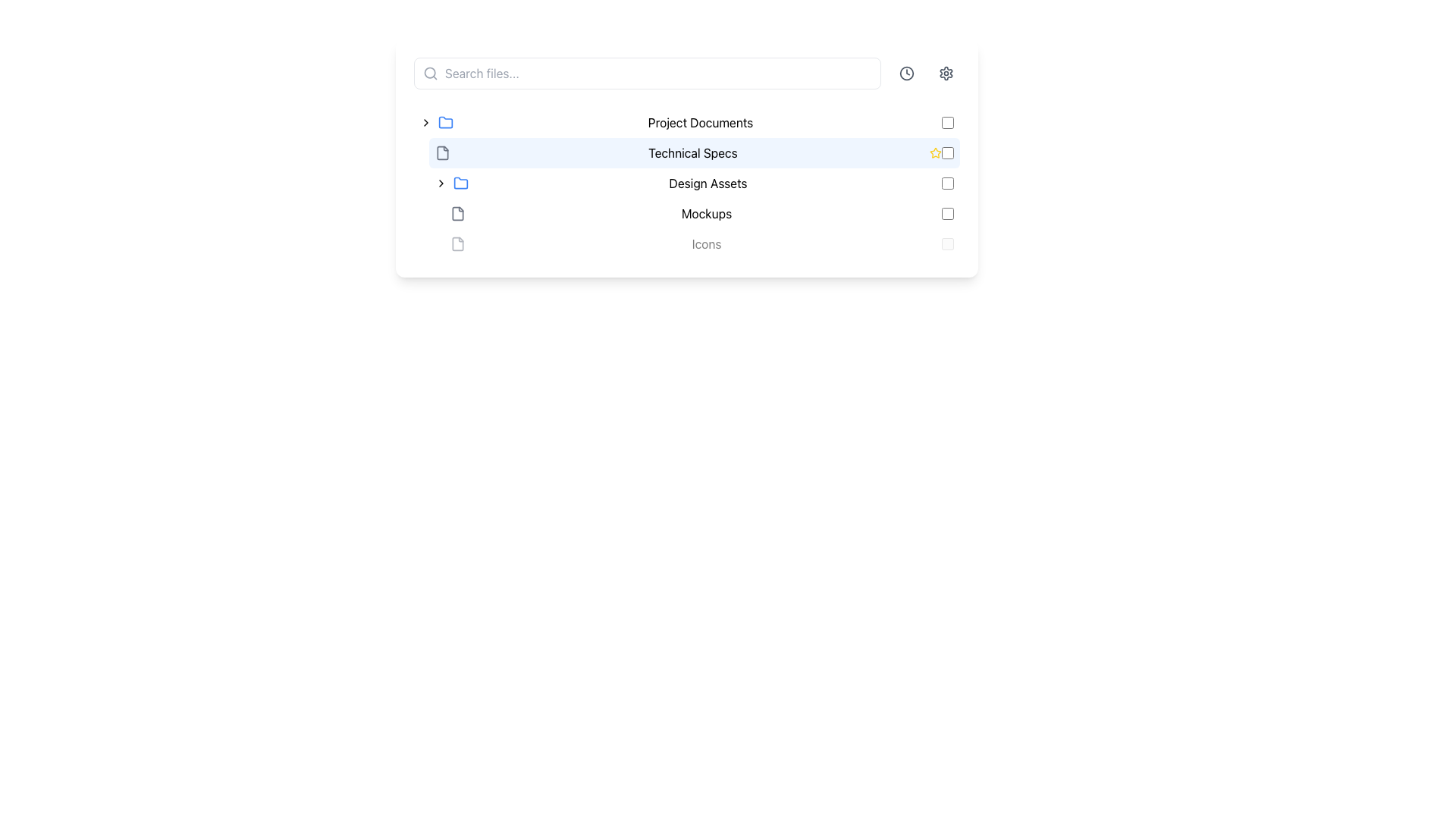  Describe the element at coordinates (934, 152) in the screenshot. I see `the yellow star-shaped icon located to the right of the 'Technical Specs' text entry` at that location.